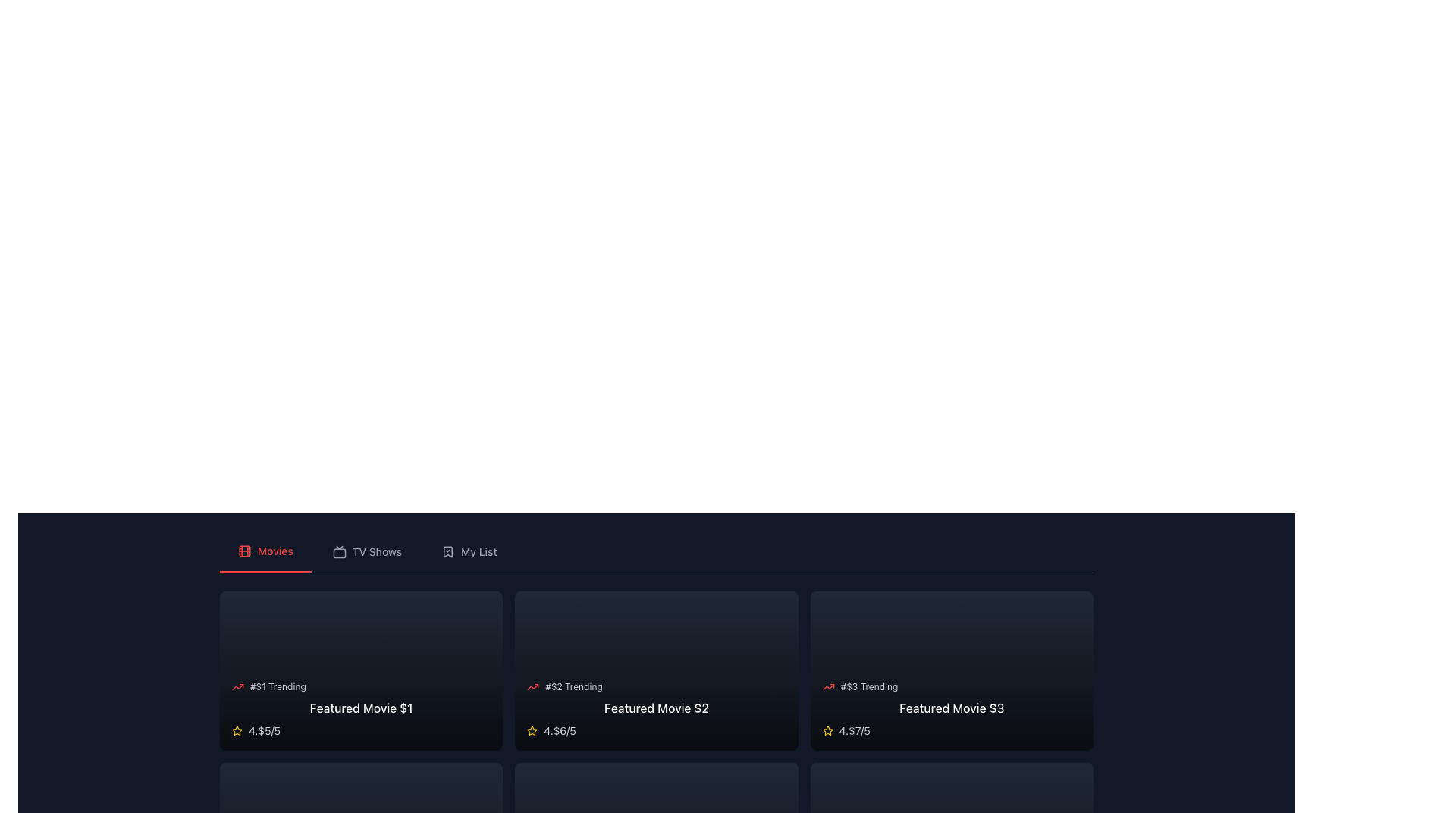 The height and width of the screenshot is (819, 1456). I want to click on the Text Label that features the title or name of the movie, located below the subtitle '#$3 Trending' and above the rating section '4.$7/5', positioned in the center of the third tile in the horizontal sequence of movie tiles, so click(951, 708).